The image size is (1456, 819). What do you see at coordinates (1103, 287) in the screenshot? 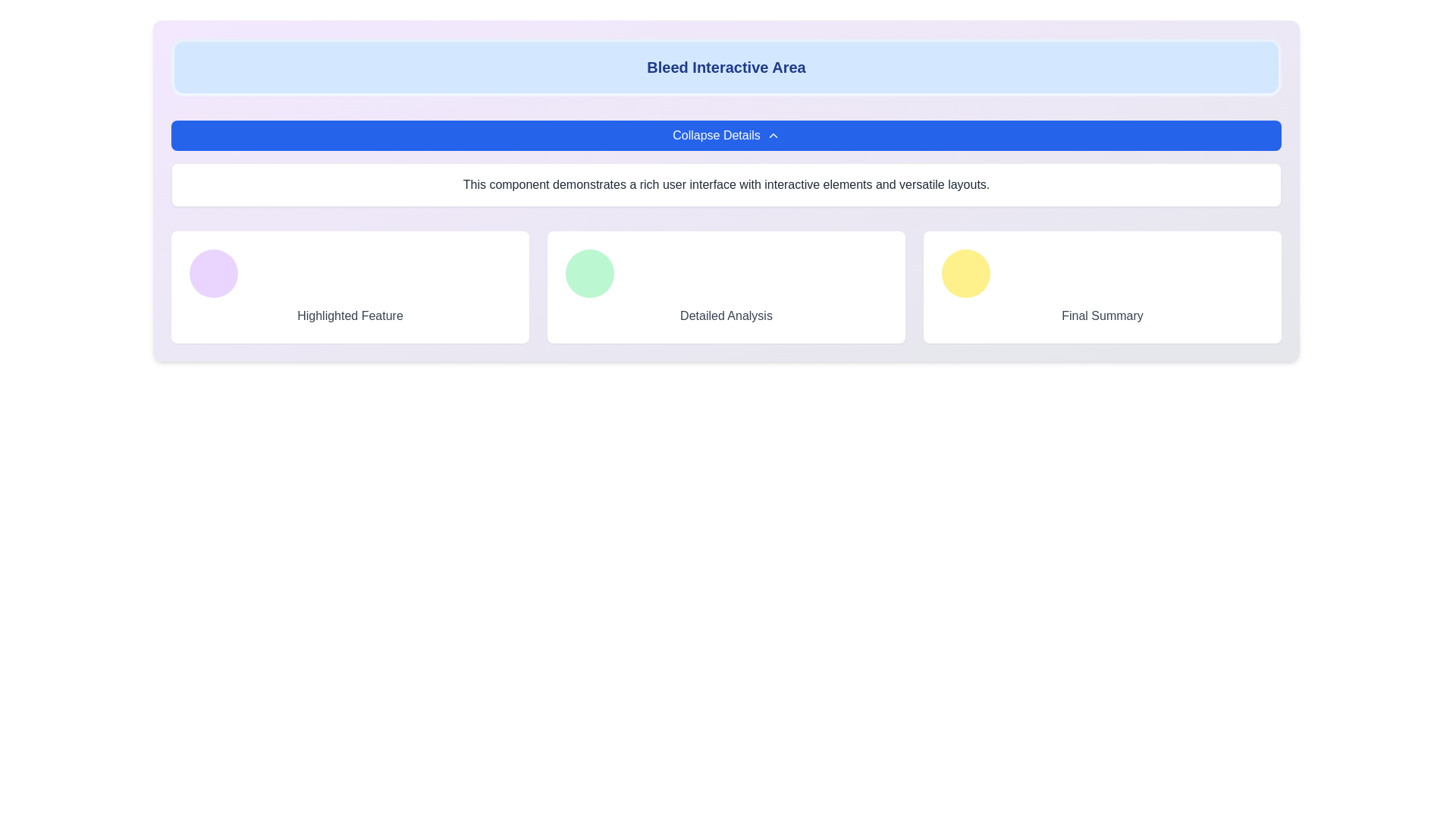
I see `the summary card located in the bottom-right section of the three-column layout, which is the third column and sibling to 'Highlighted Feature' and 'Detailed Analysis'` at bounding box center [1103, 287].